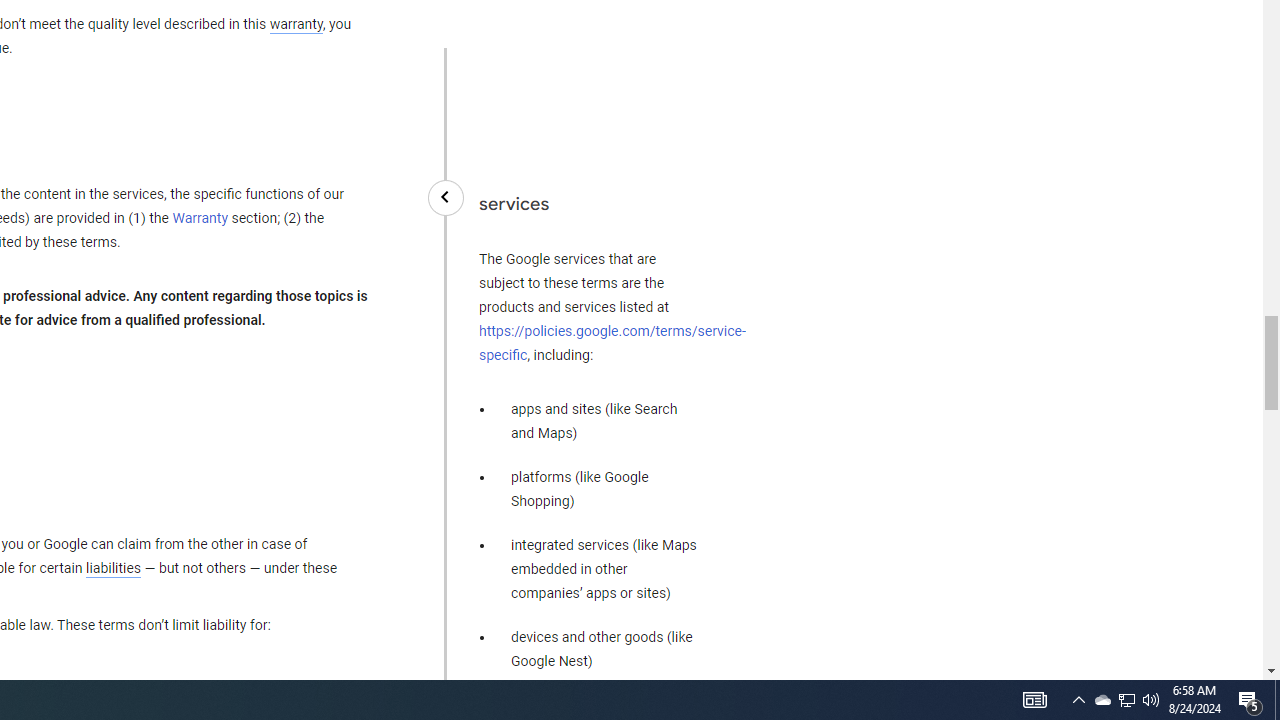 The height and width of the screenshot is (720, 1280). Describe the element at coordinates (200, 219) in the screenshot. I see `'Warranty'` at that location.